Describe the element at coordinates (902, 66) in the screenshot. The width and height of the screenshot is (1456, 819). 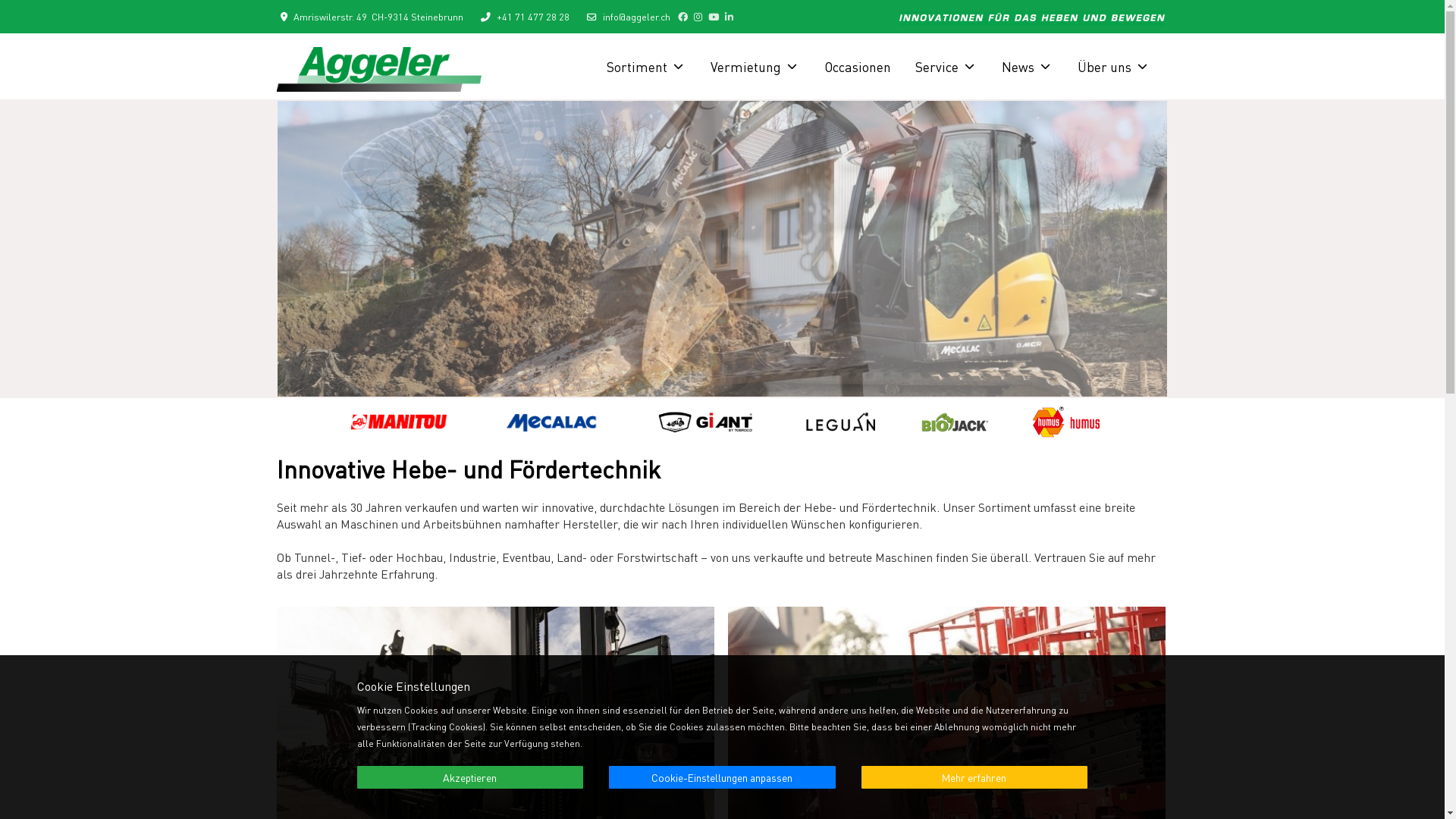
I see `'Service'` at that location.